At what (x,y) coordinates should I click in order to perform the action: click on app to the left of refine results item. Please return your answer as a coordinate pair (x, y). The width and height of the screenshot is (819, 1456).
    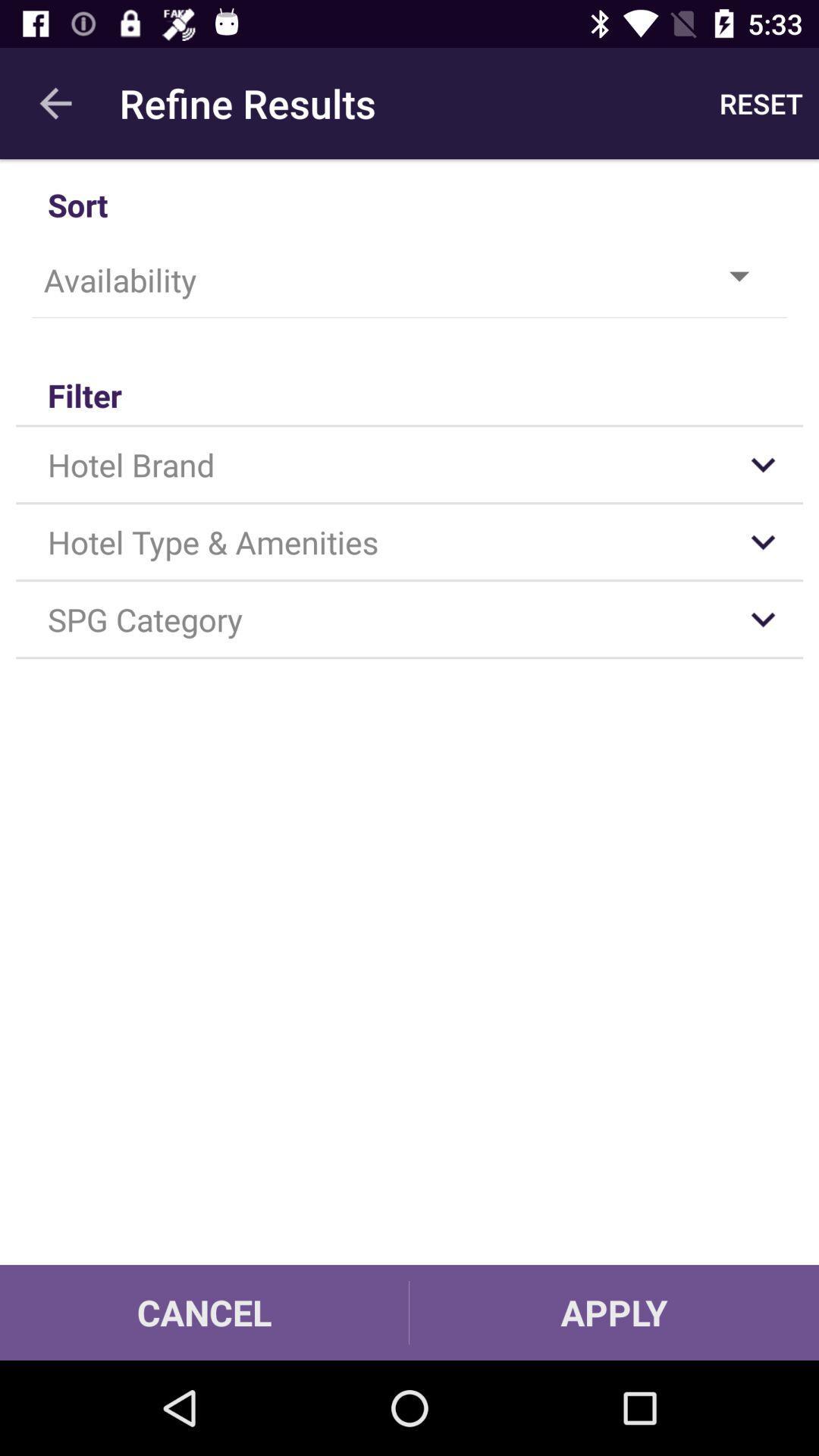
    Looking at the image, I should click on (55, 102).